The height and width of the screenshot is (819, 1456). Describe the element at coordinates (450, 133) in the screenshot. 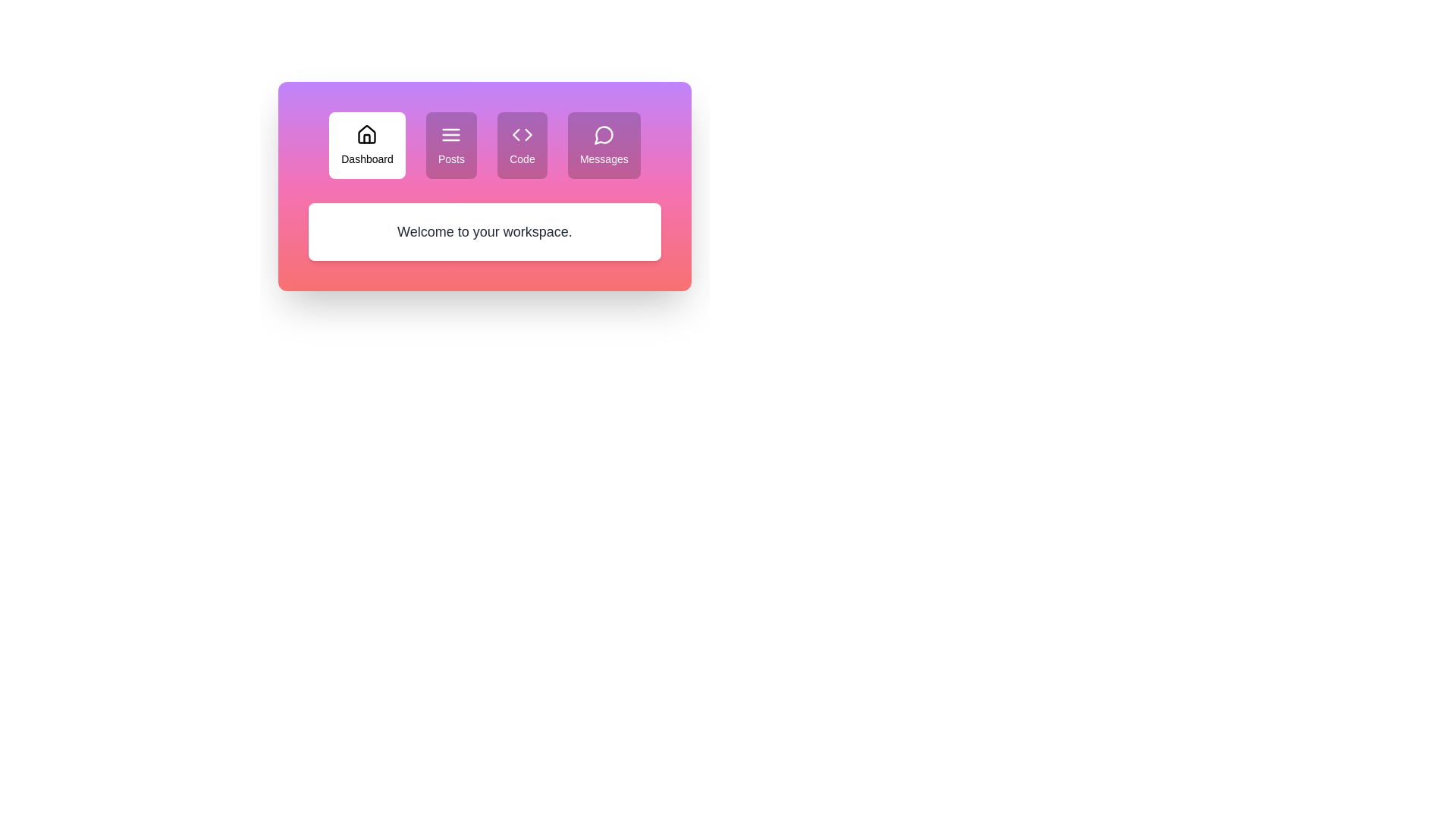

I see `the icon of the tab labeled Posts` at that location.